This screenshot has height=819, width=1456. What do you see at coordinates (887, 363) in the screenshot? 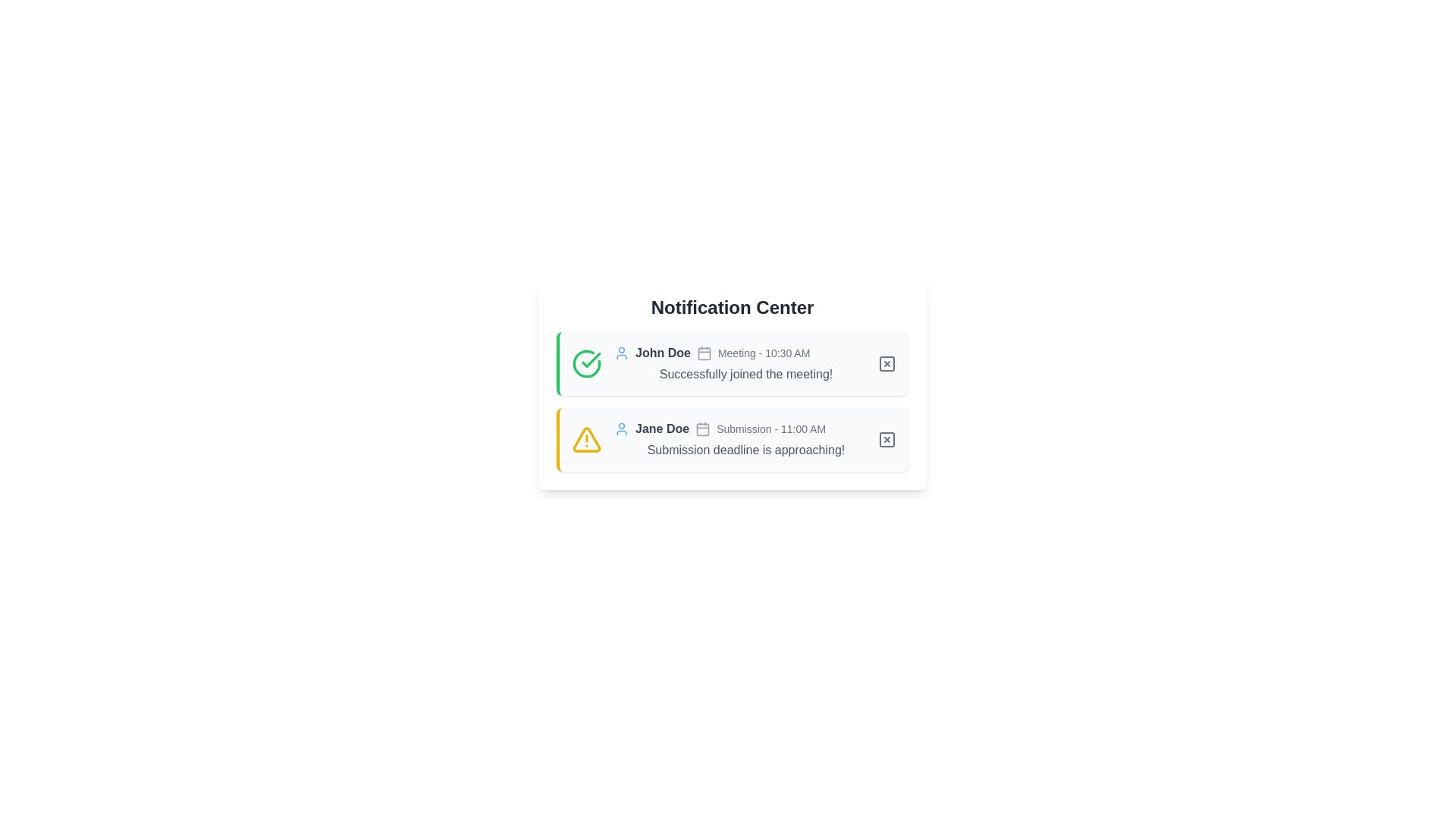
I see `the close button located at the top-right corner of the notification card for 'John Doe Meeting - 10:30 AM'` at bounding box center [887, 363].